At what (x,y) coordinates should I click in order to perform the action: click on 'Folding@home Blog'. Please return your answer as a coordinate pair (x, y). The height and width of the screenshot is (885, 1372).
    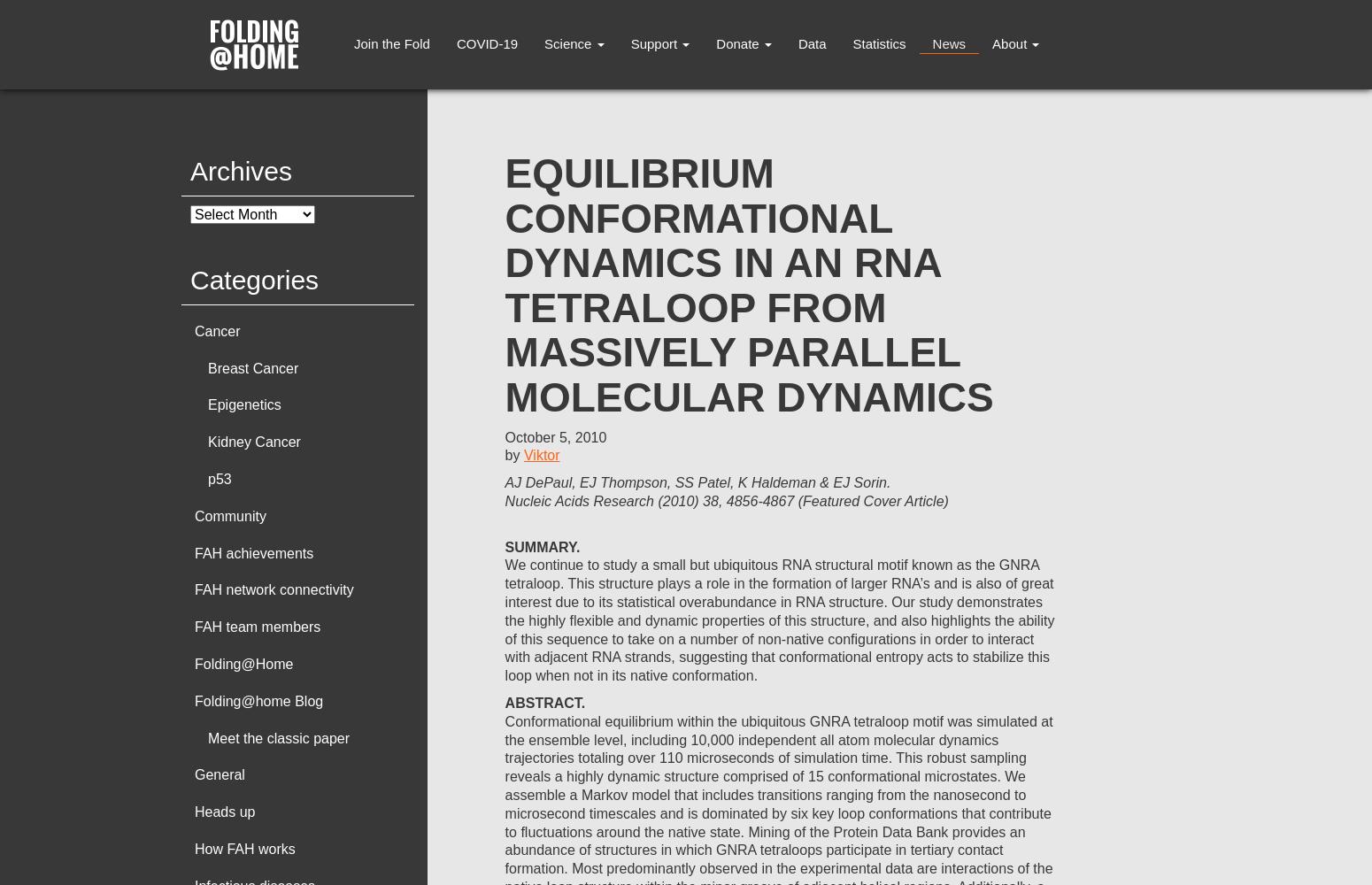
    Looking at the image, I should click on (258, 700).